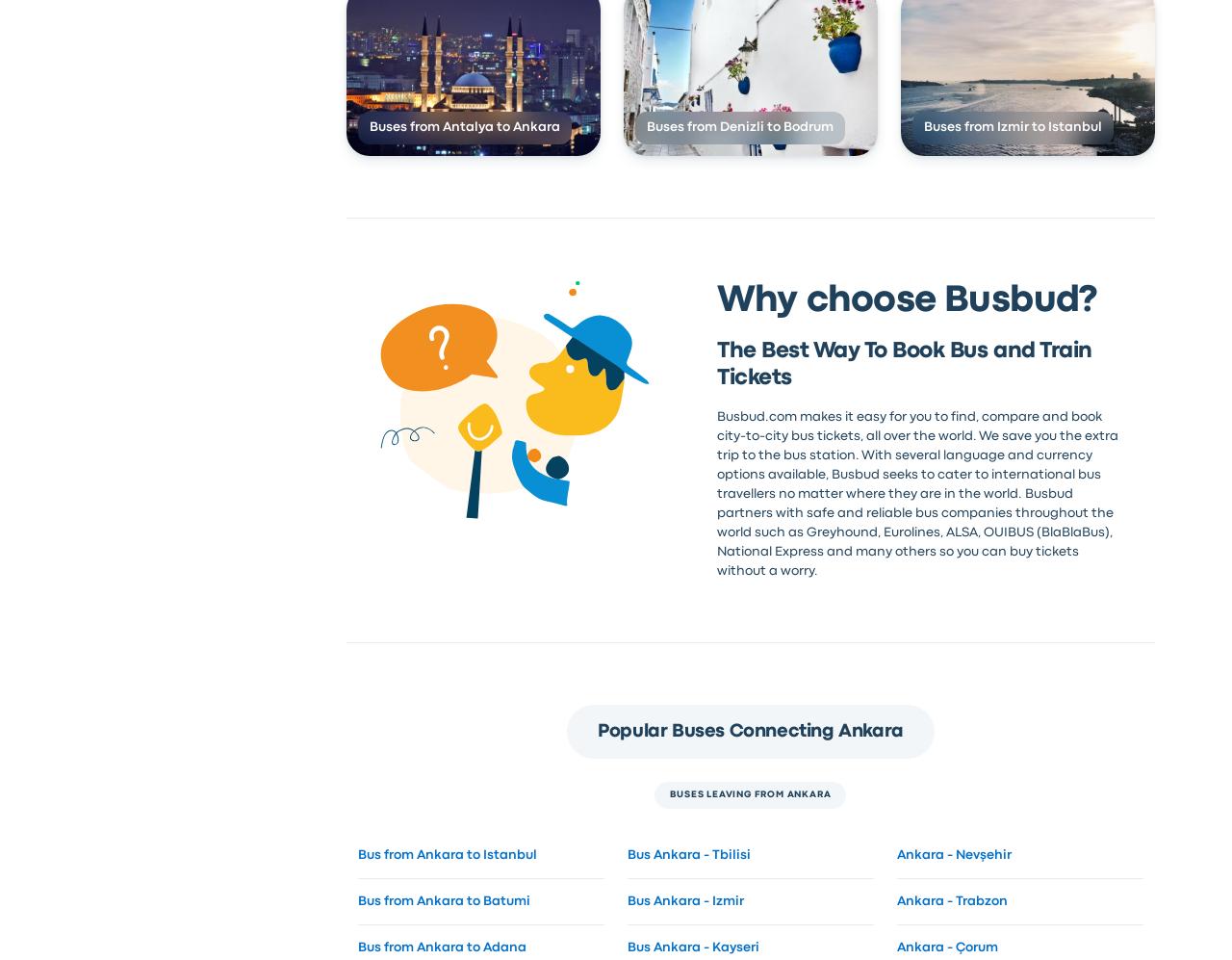  What do you see at coordinates (1011, 127) in the screenshot?
I see `'Buses from Izmir to Istanbul'` at bounding box center [1011, 127].